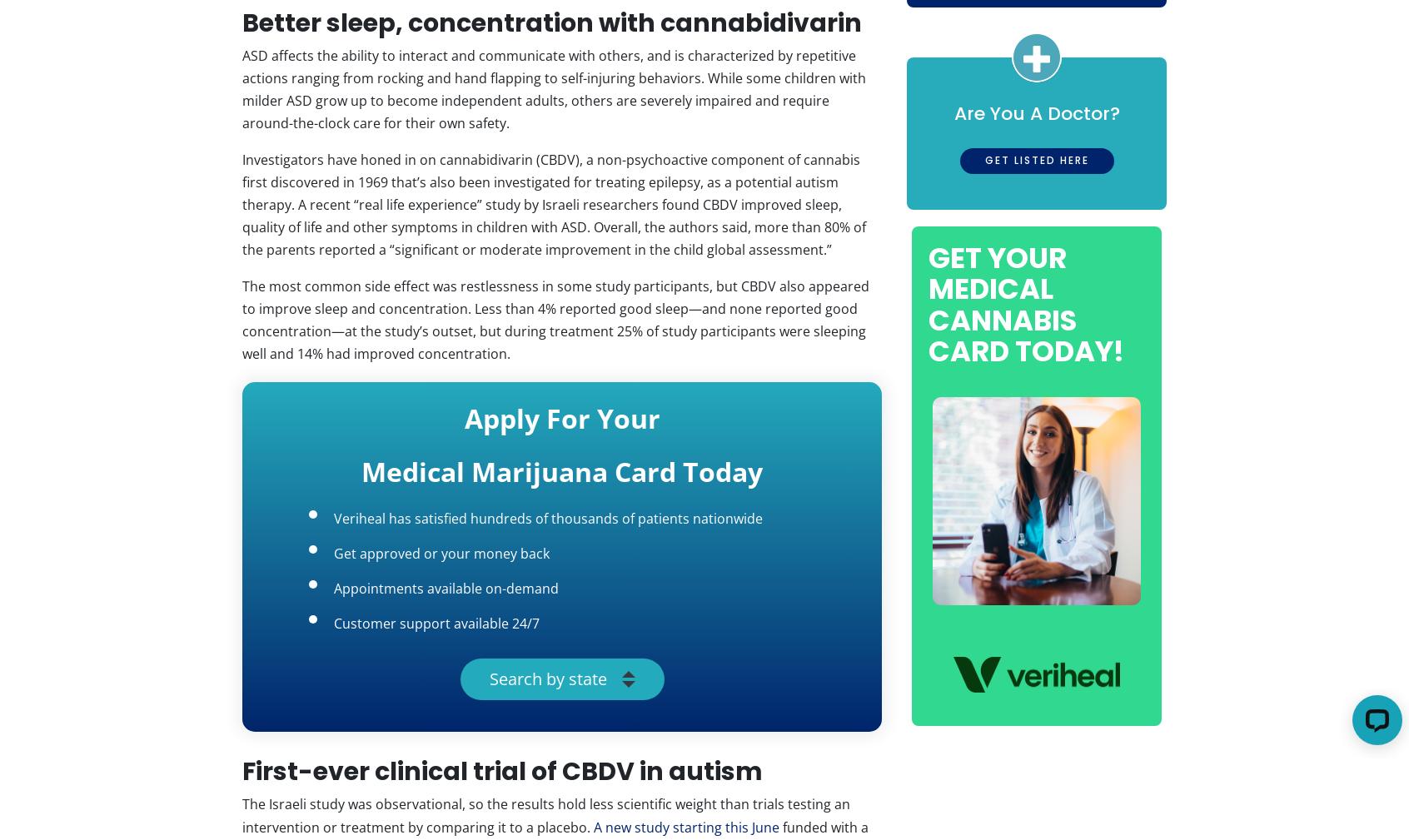  I want to click on 'Customer support available 24/7', so click(436, 623).